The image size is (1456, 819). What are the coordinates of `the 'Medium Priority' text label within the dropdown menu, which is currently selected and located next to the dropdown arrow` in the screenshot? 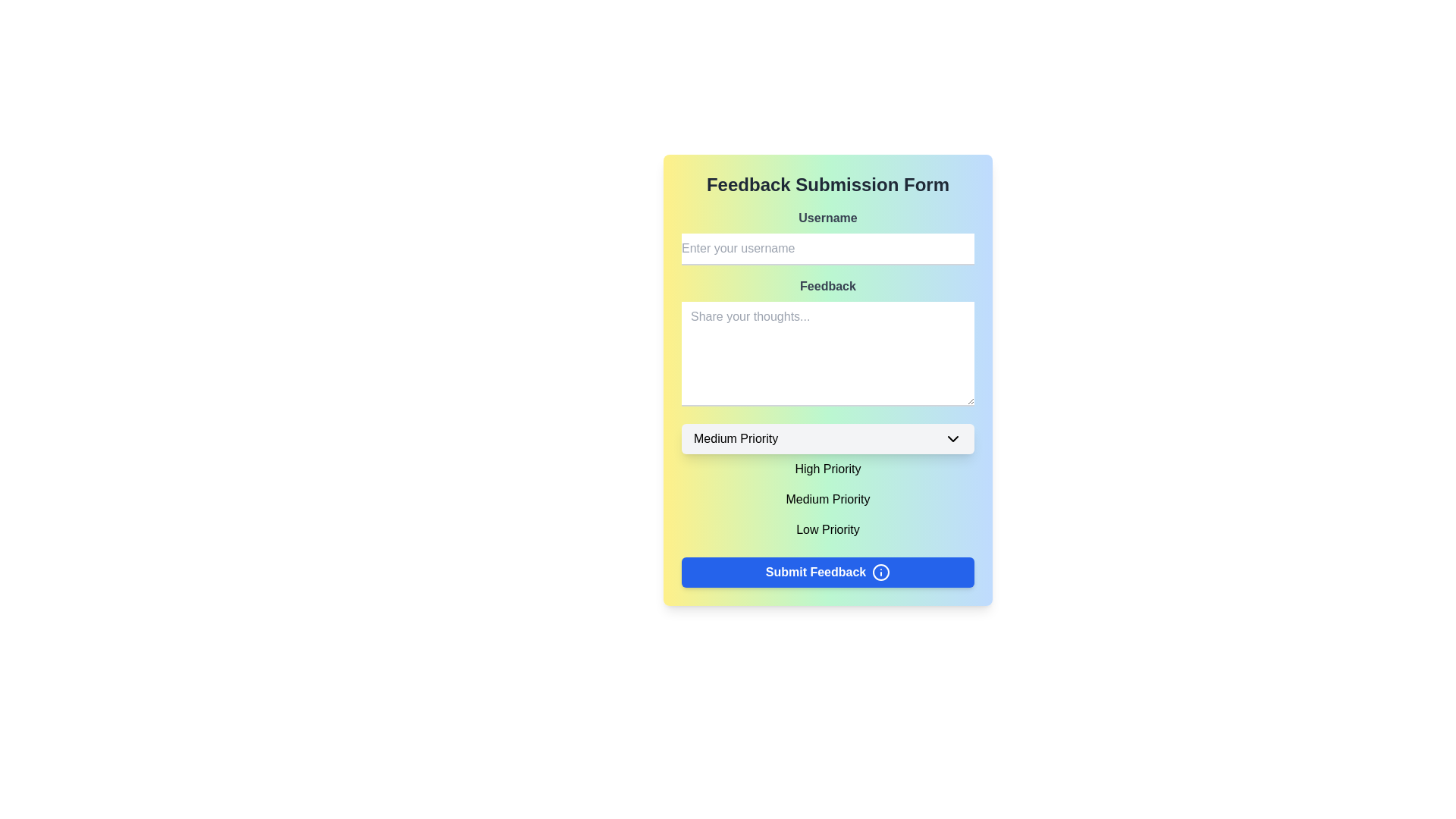 It's located at (736, 438).